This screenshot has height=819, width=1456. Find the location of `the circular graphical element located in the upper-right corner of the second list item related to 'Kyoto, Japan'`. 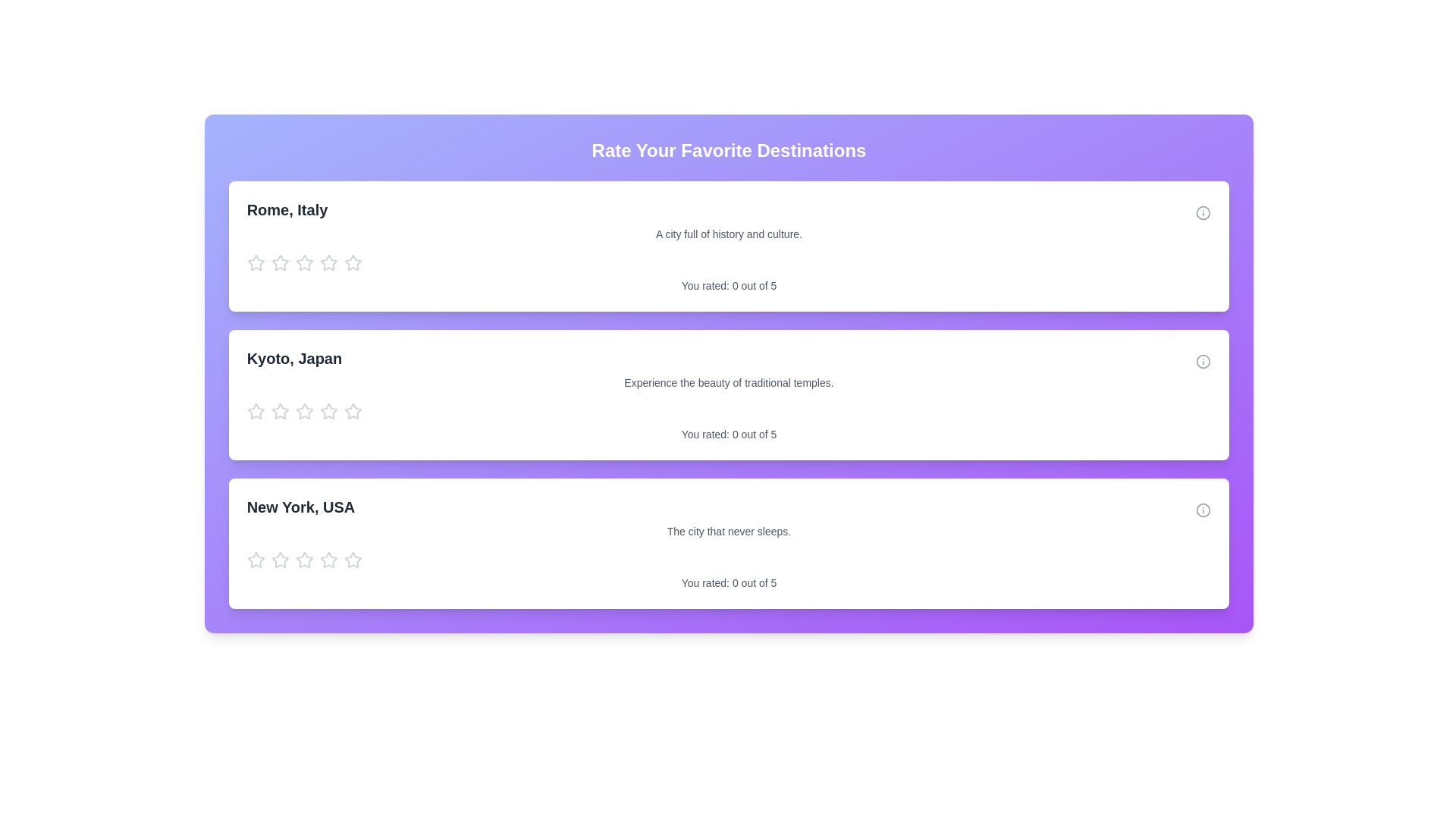

the circular graphical element located in the upper-right corner of the second list item related to 'Kyoto, Japan' is located at coordinates (1203, 362).